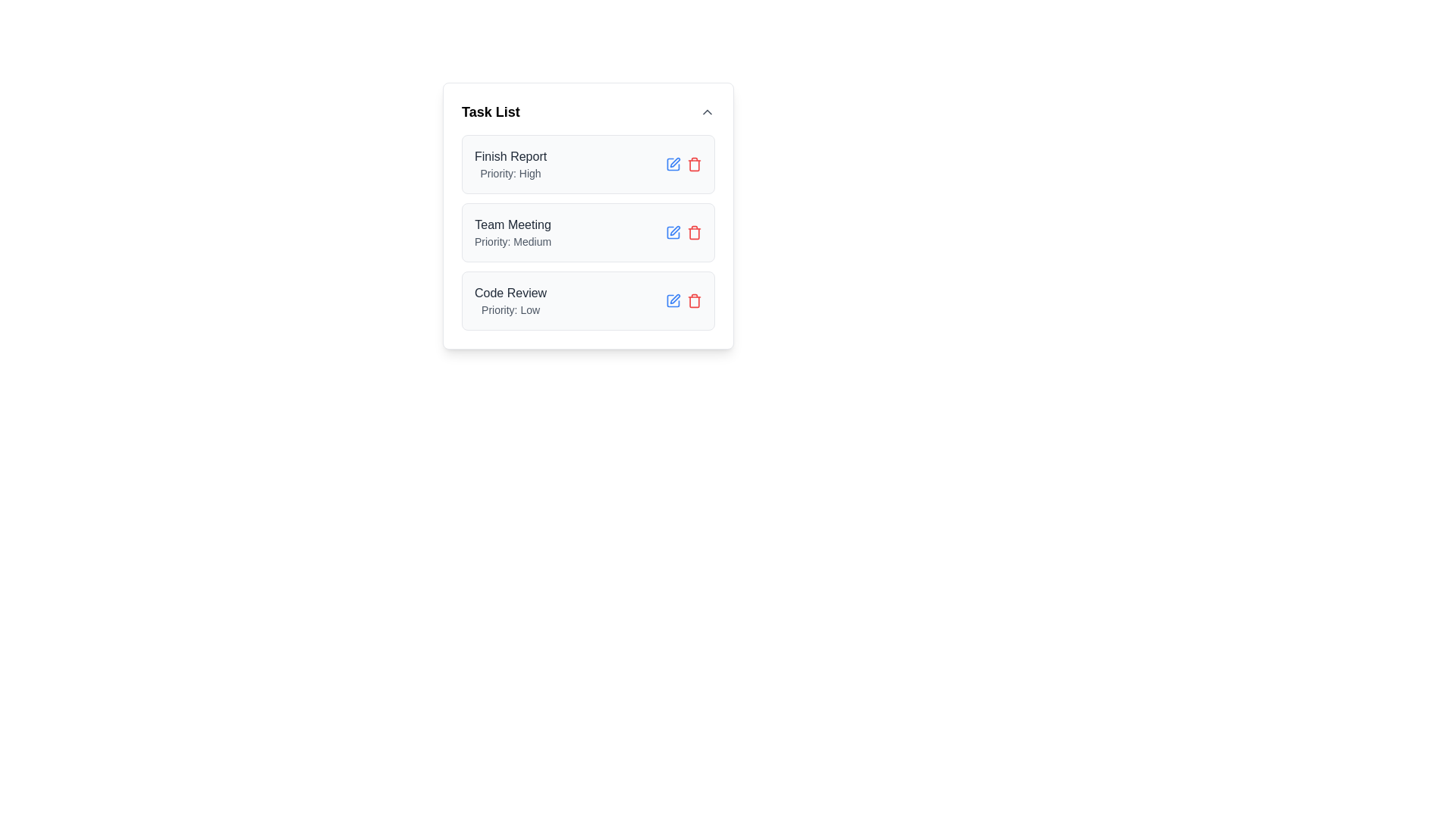  I want to click on the red trash can icon button located on the right side of the first task entry in the task list, so click(694, 164).